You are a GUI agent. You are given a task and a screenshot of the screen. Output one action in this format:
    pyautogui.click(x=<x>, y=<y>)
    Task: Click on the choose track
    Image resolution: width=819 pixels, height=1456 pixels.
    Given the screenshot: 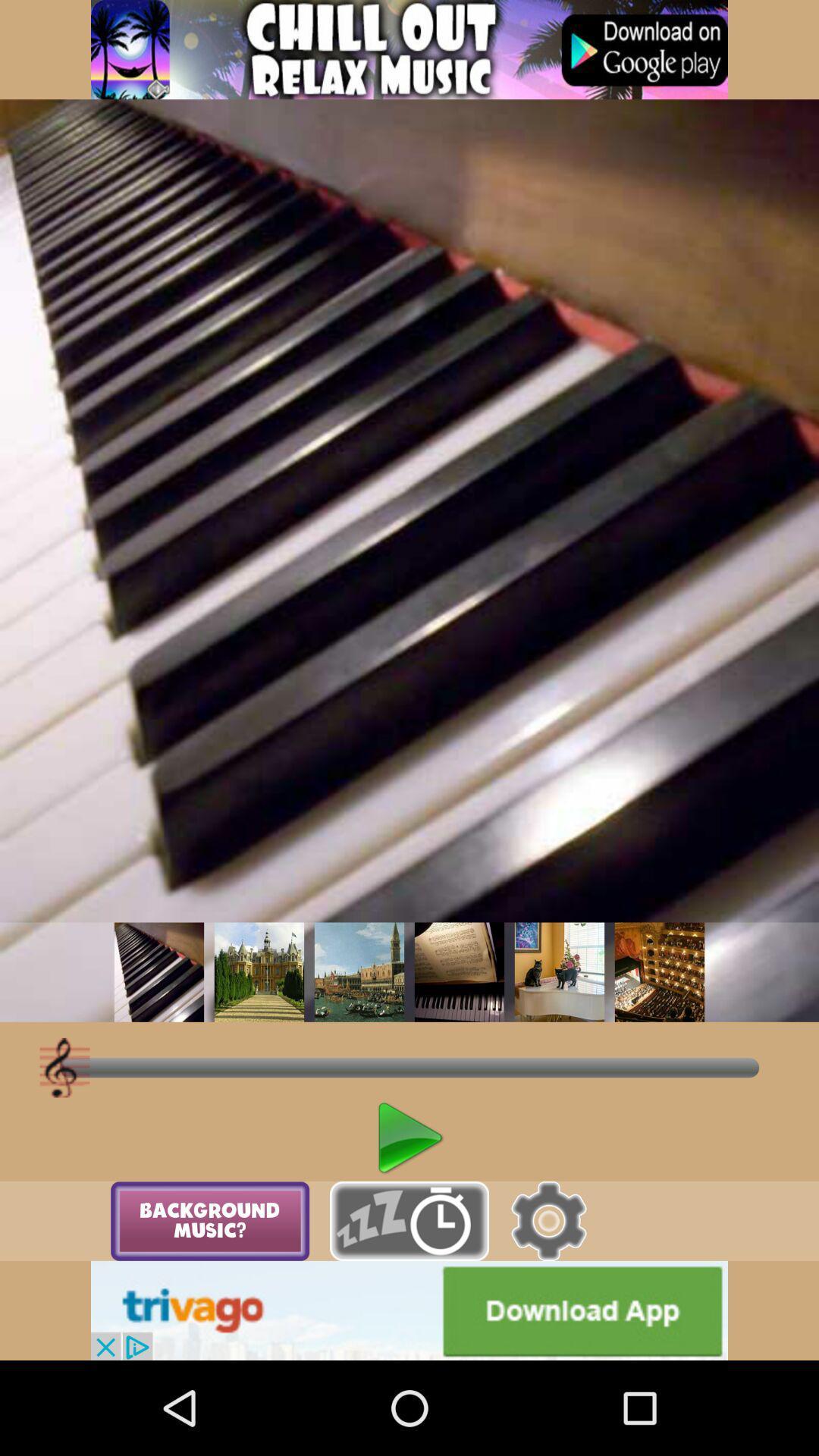 What is the action you would take?
    pyautogui.click(x=158, y=972)
    